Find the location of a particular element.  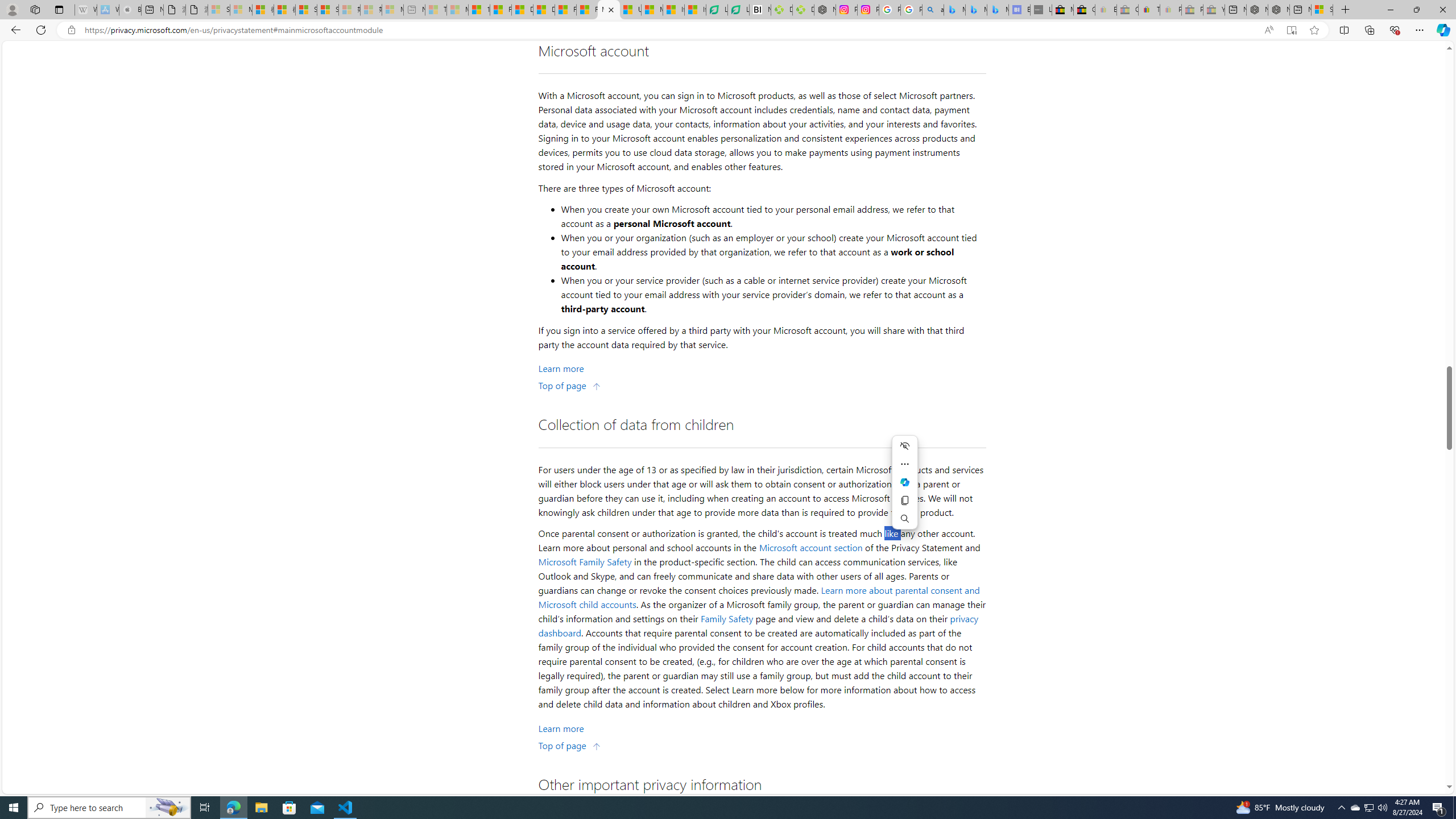

'Microsoft Bing Travel - Flights from Hong Kong to Bangkok' is located at coordinates (954, 9).